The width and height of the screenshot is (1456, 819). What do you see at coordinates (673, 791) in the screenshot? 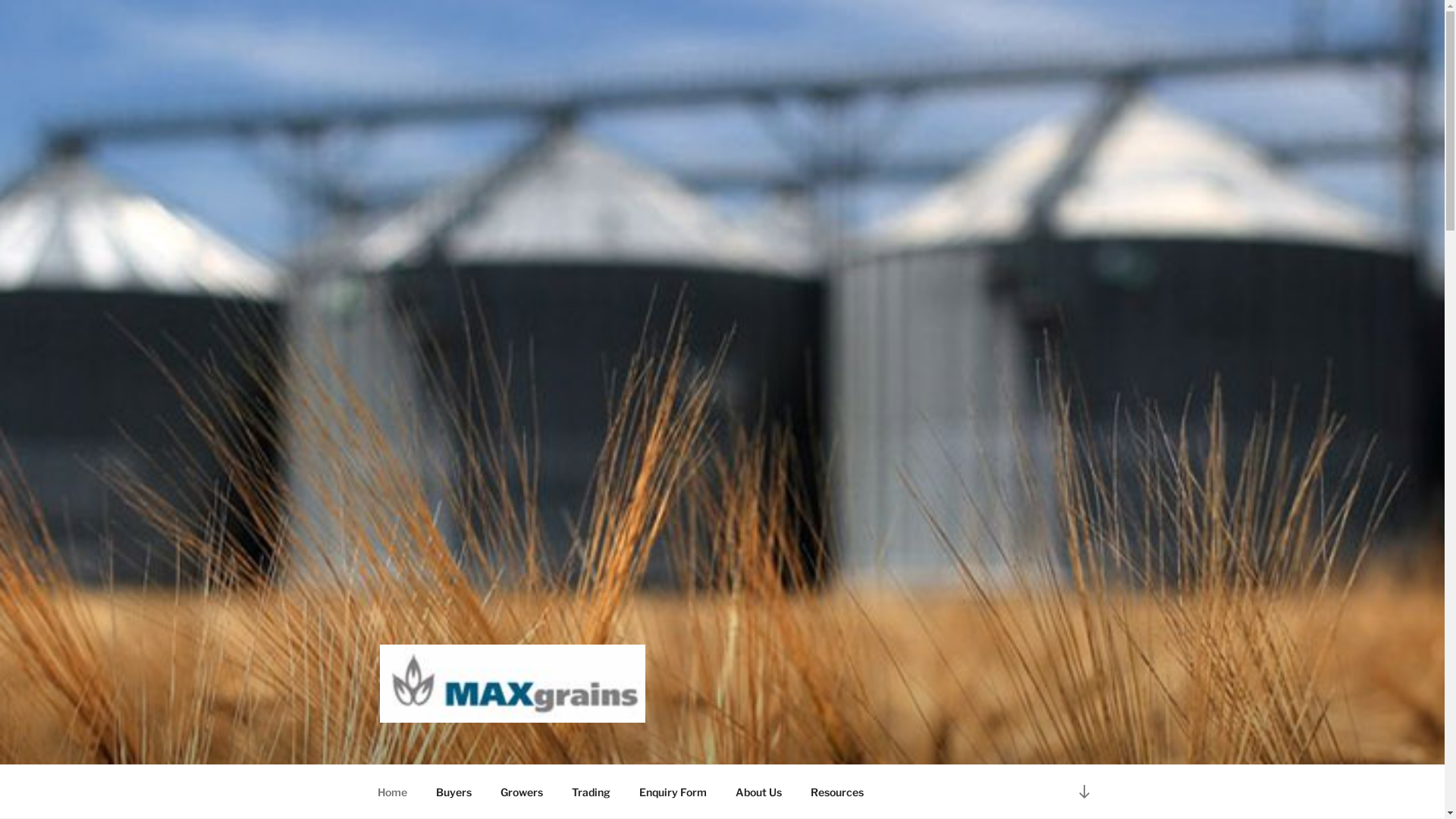
I see `'Enquiry Form'` at bounding box center [673, 791].